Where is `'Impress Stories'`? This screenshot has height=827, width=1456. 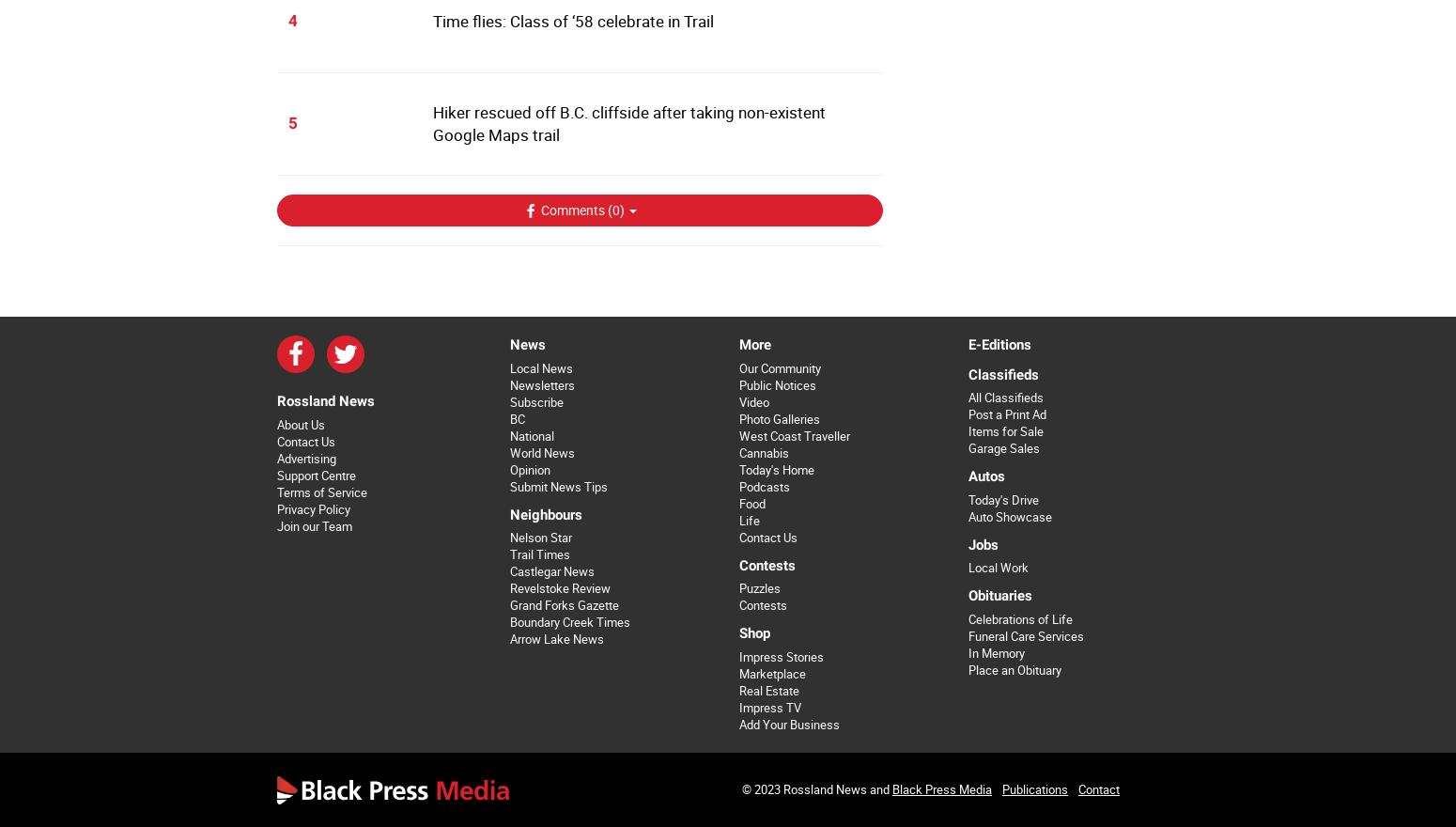
'Impress Stories' is located at coordinates (779, 656).